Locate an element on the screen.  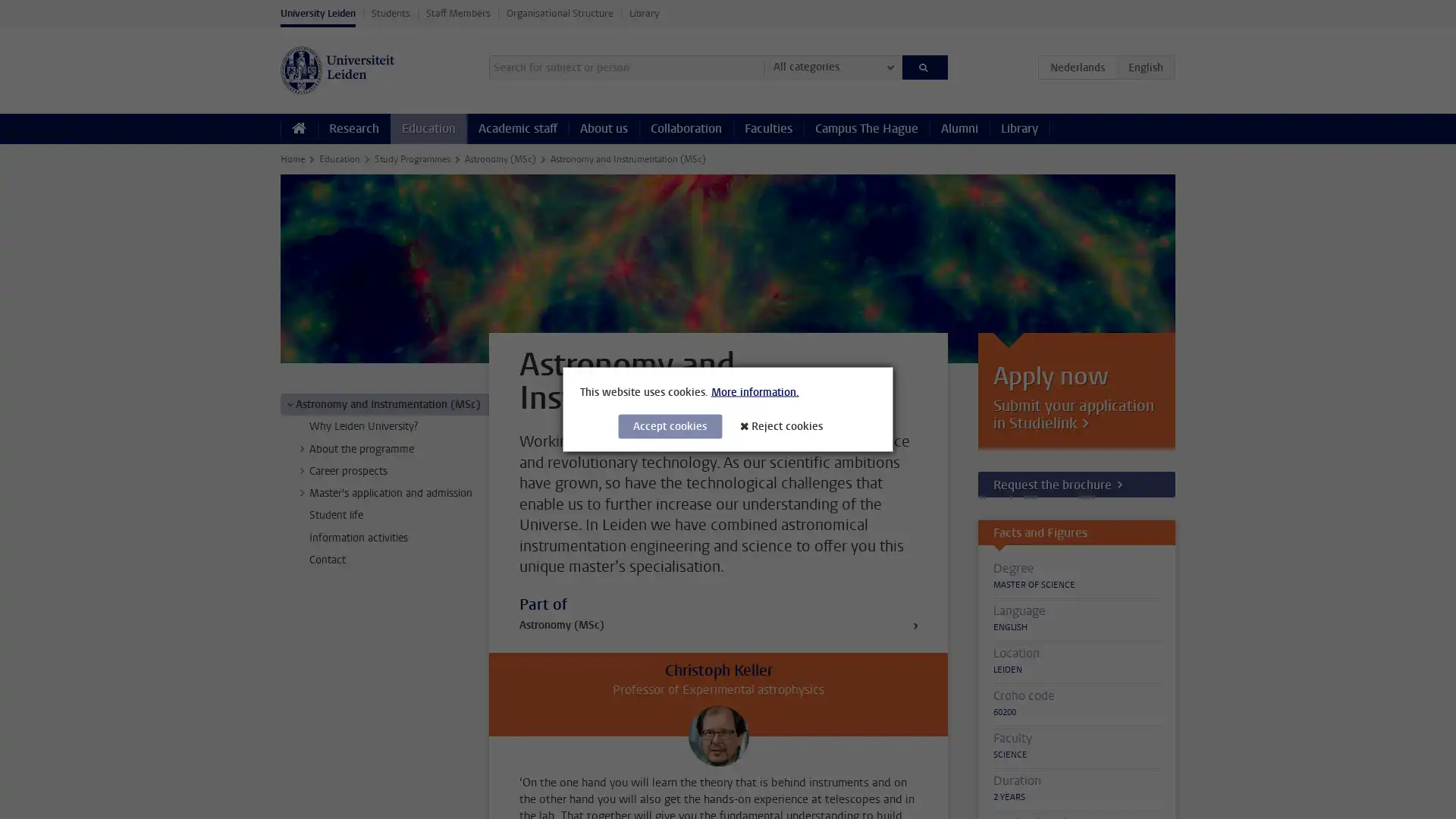
> is located at coordinates (302, 493).